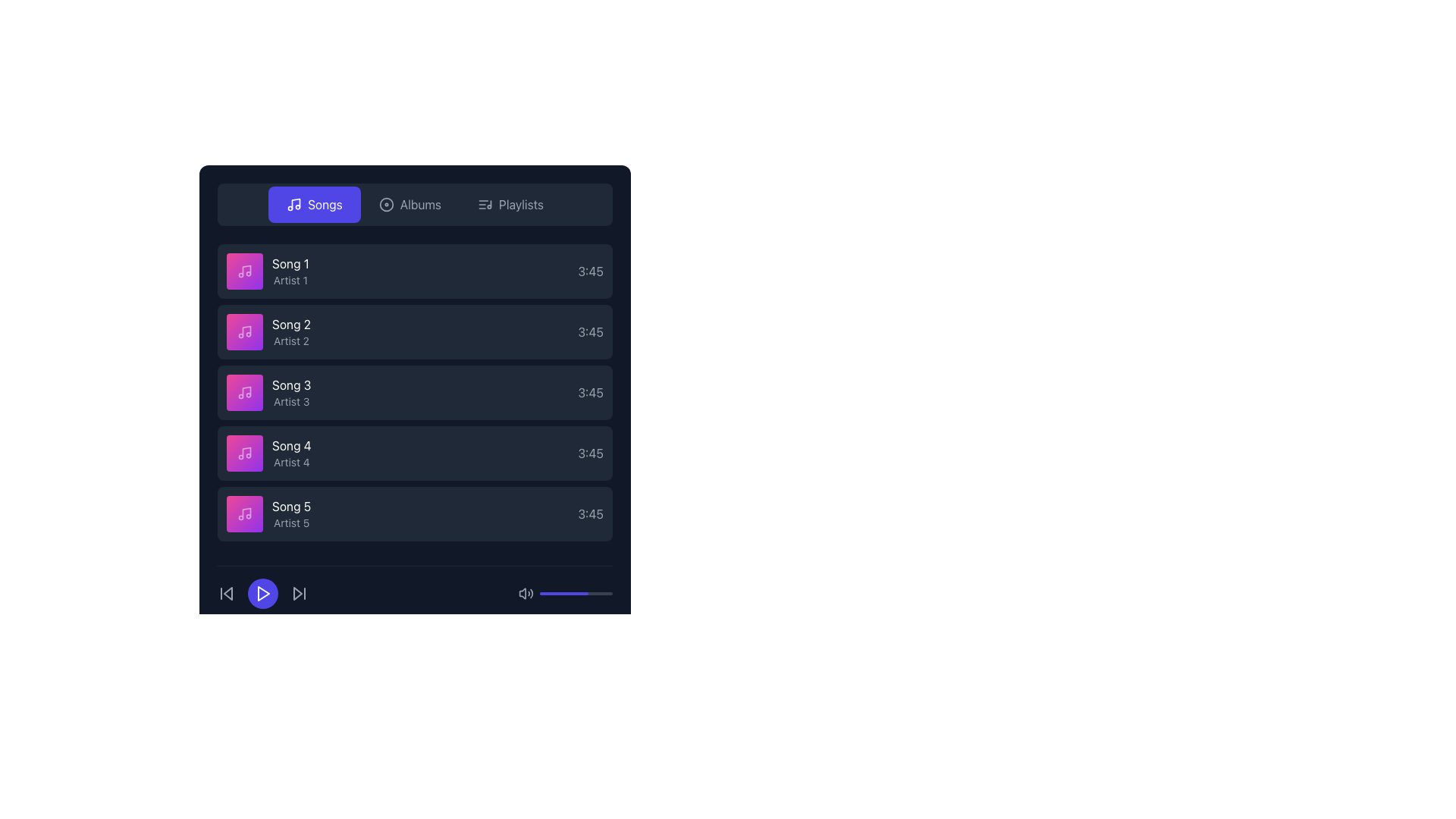 This screenshot has width=1456, height=819. Describe the element at coordinates (540, 593) in the screenshot. I see `the volume` at that location.